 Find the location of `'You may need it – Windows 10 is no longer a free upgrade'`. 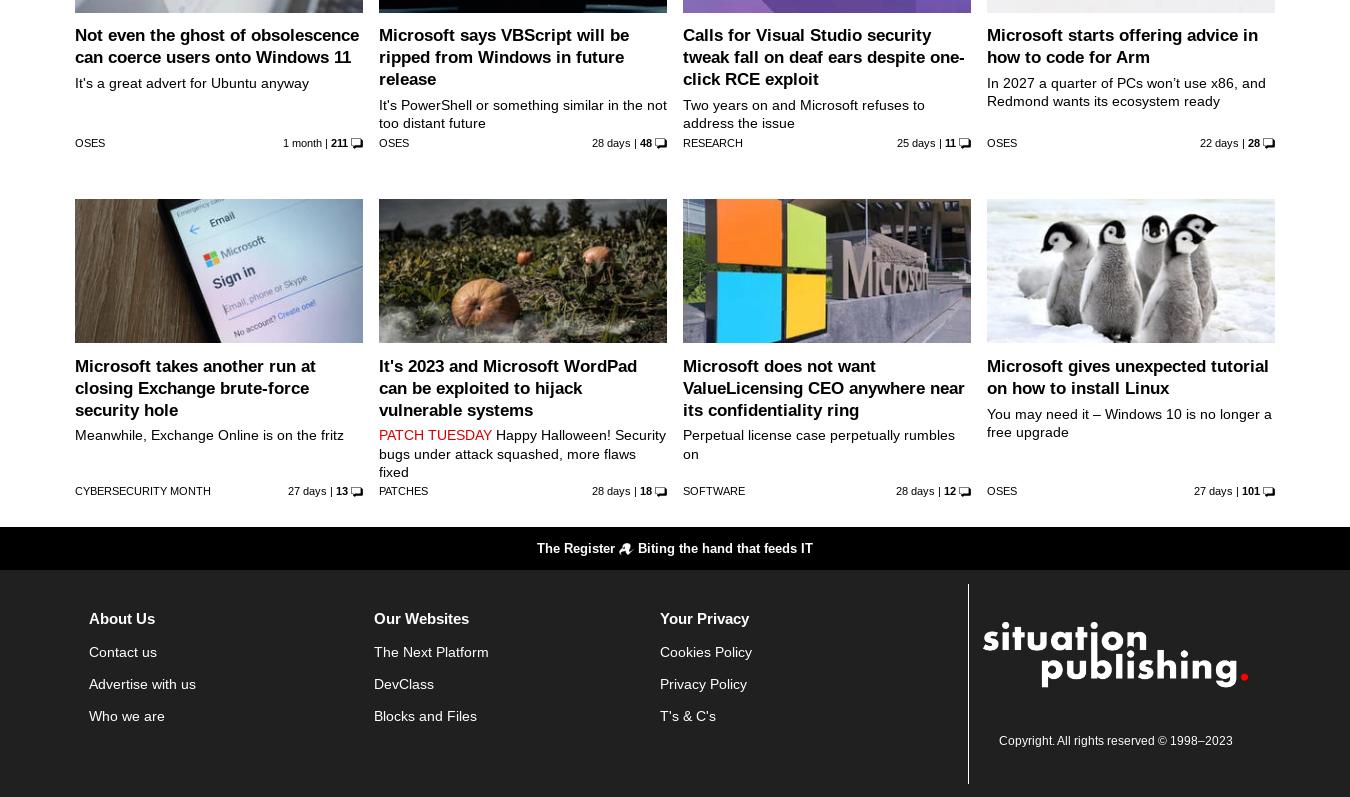

'You may need it – Windows 10 is no longer a free upgrade' is located at coordinates (1128, 422).